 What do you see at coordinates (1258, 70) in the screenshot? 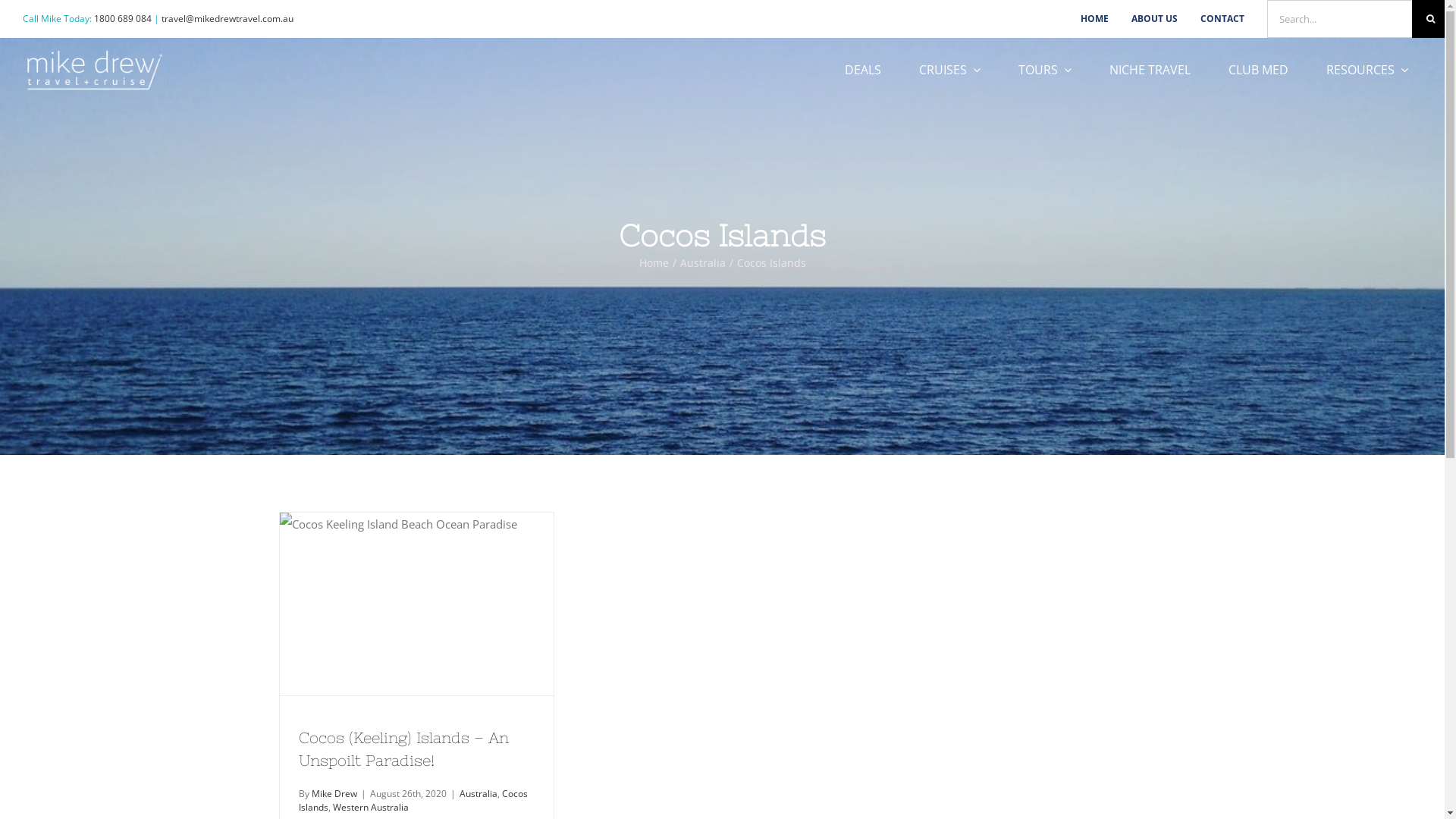
I see `'CLUB MED'` at bounding box center [1258, 70].